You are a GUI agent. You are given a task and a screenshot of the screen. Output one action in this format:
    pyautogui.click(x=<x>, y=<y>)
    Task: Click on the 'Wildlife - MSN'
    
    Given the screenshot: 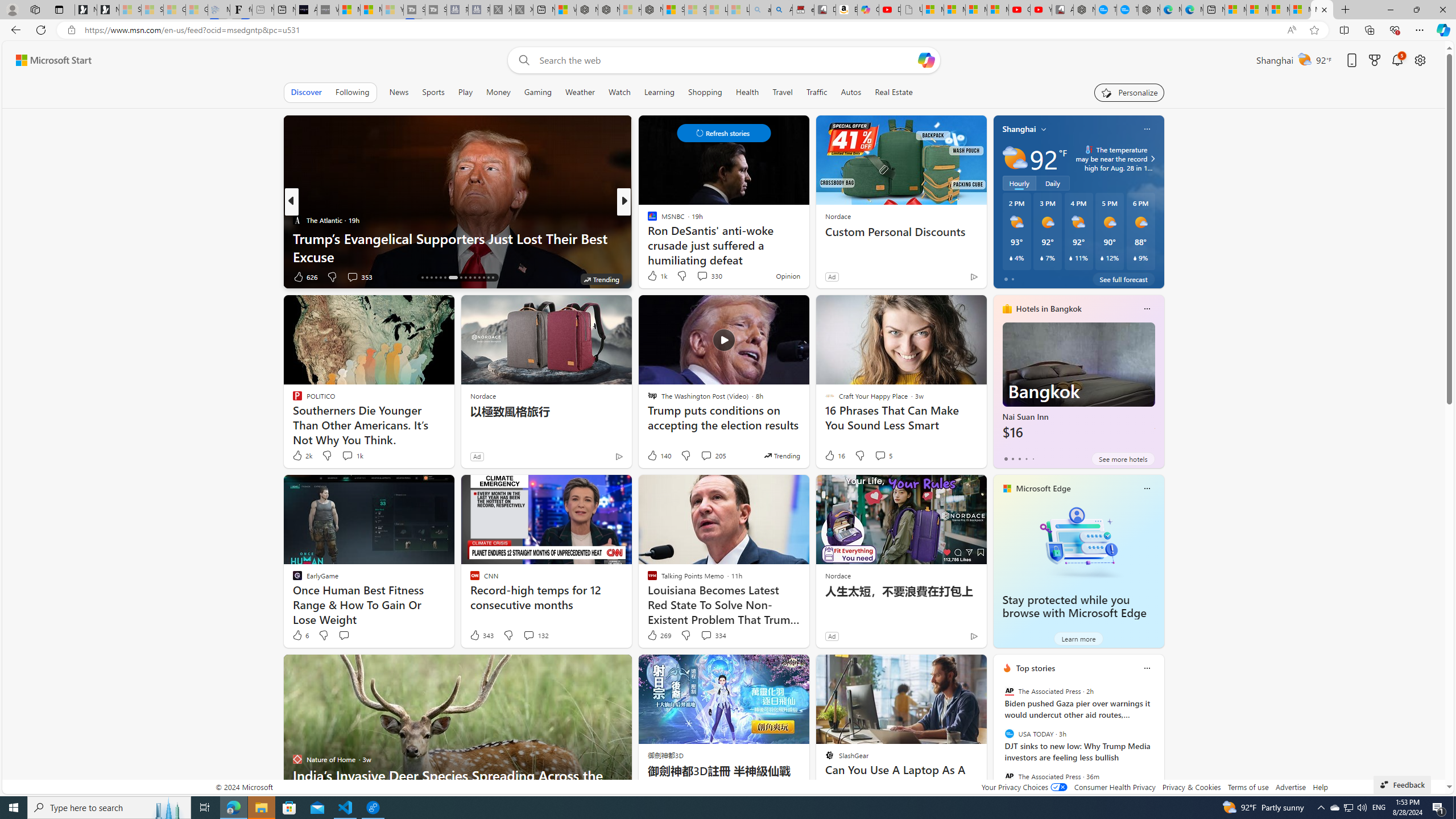 What is the action you would take?
    pyautogui.click(x=565, y=9)
    